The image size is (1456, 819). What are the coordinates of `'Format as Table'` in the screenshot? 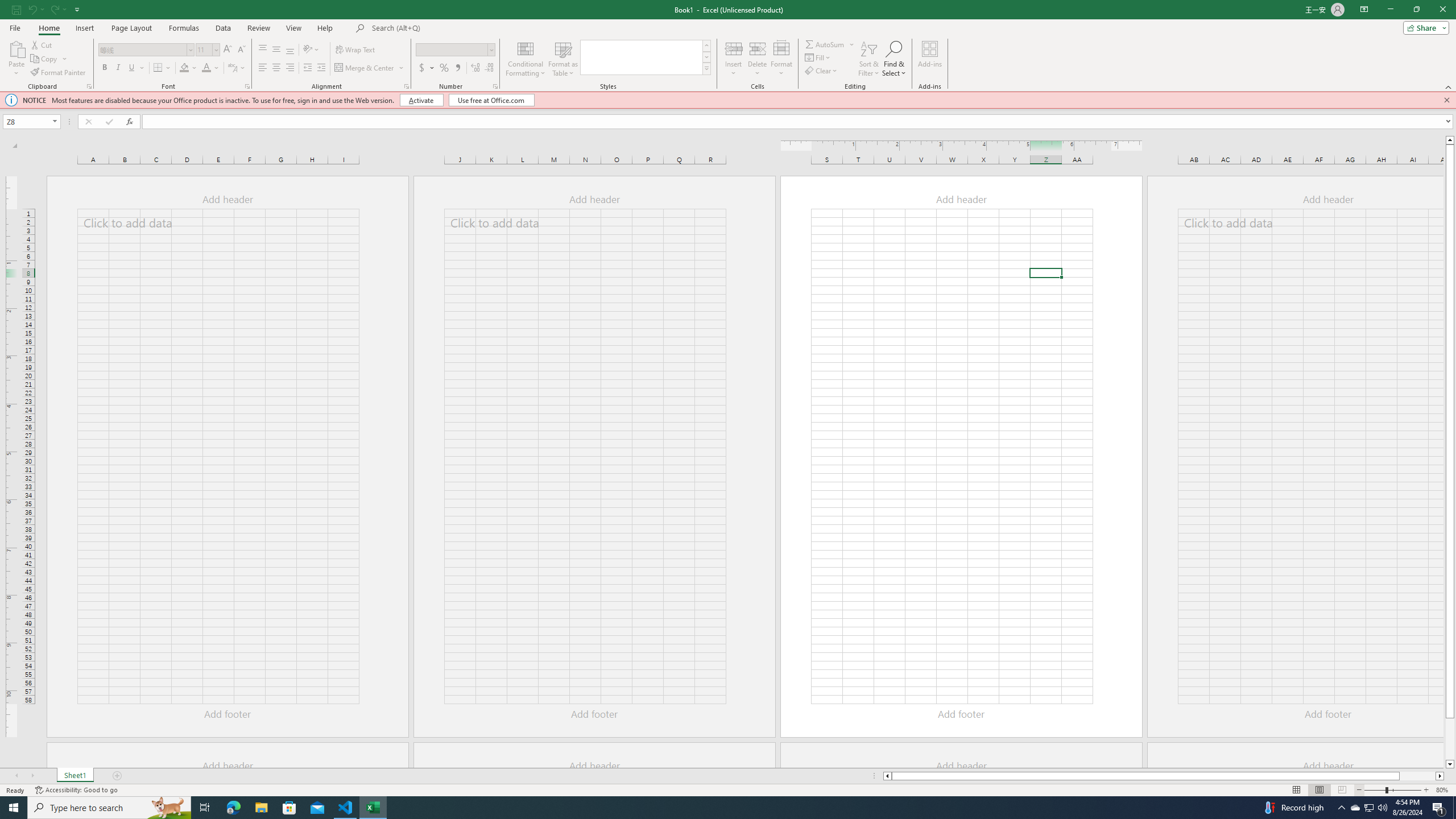 It's located at (563, 59).